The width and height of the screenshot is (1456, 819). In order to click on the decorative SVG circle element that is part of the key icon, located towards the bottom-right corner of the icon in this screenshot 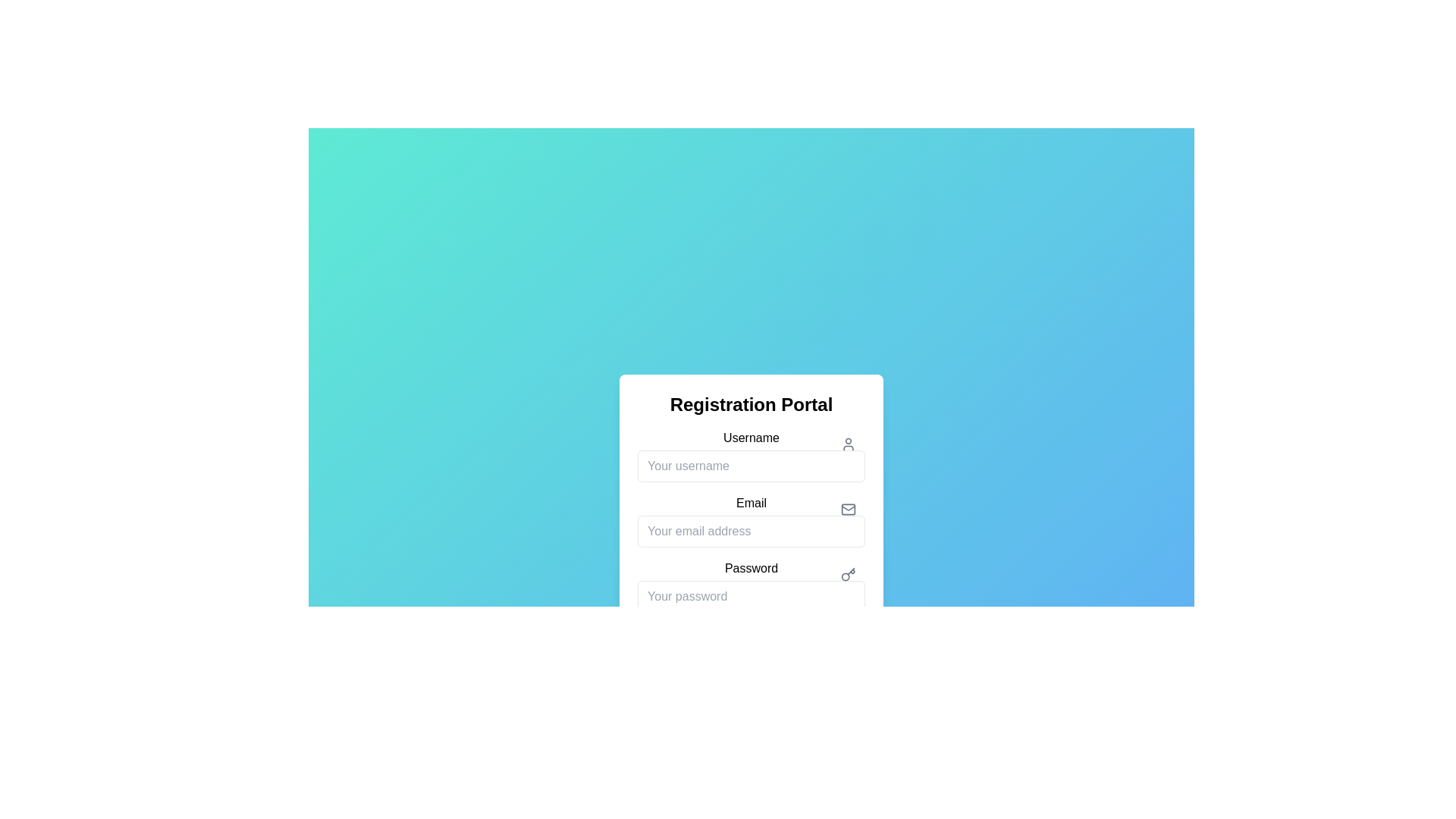, I will do `click(845, 576)`.